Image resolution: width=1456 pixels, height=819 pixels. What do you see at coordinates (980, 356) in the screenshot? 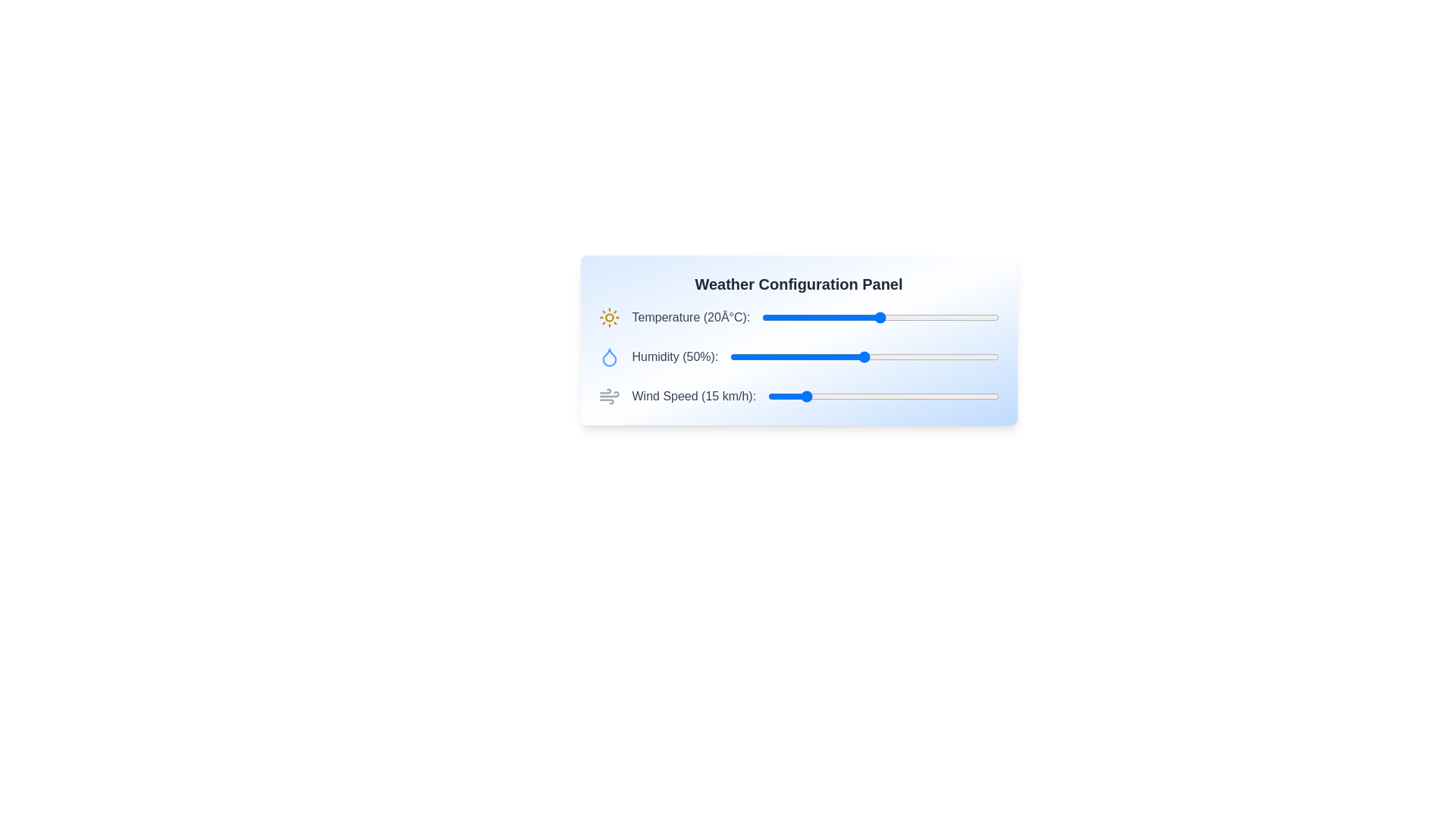
I see `the humidity slider to 93%` at bounding box center [980, 356].